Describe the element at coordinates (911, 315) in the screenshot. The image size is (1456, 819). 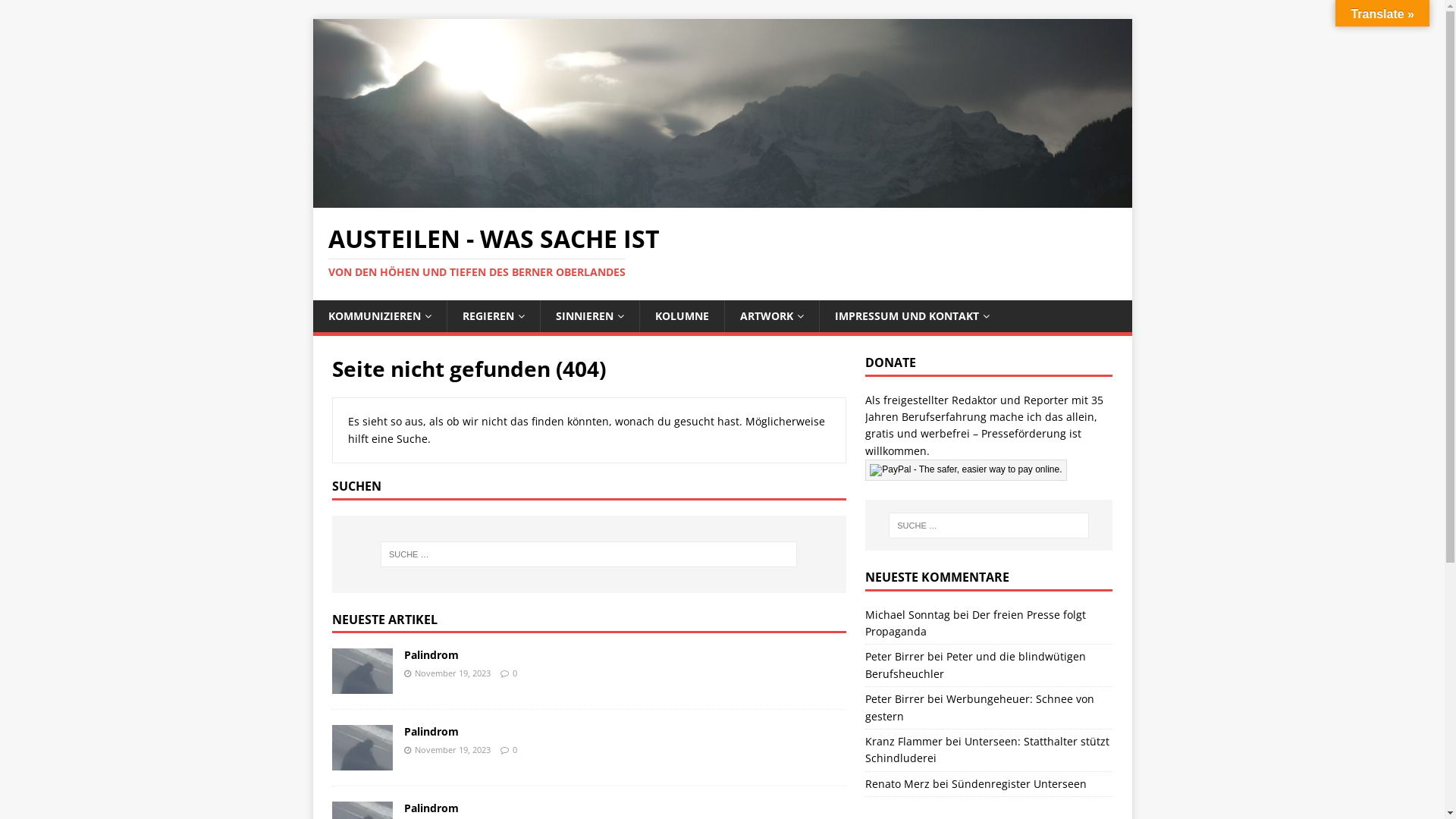
I see `'IMPRESSUM UND KONTAKT'` at that location.